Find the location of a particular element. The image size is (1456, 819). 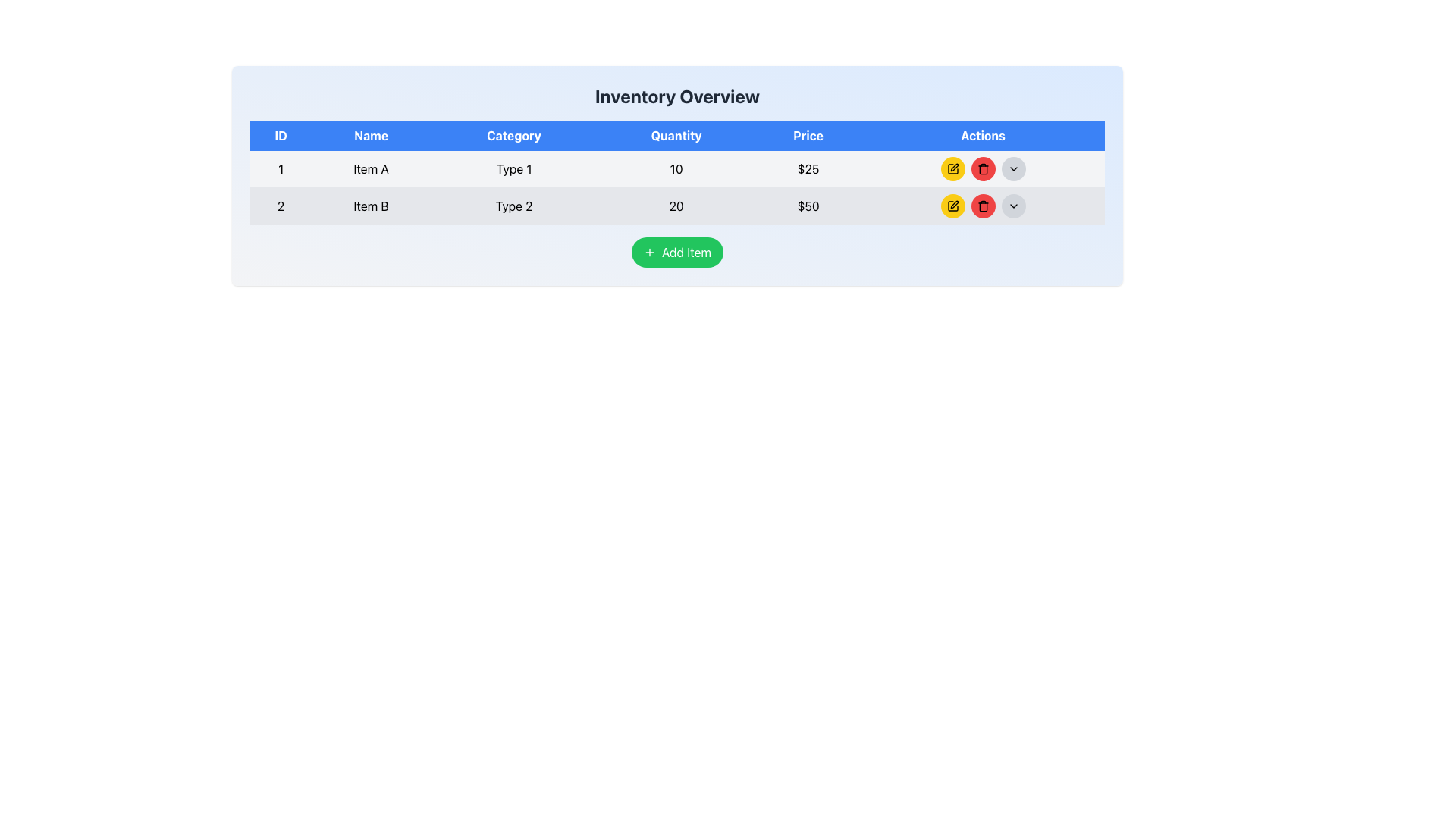

the price label for 'Item B' in the second row and fifth column of the 'Inventory Overview' table is located at coordinates (808, 206).